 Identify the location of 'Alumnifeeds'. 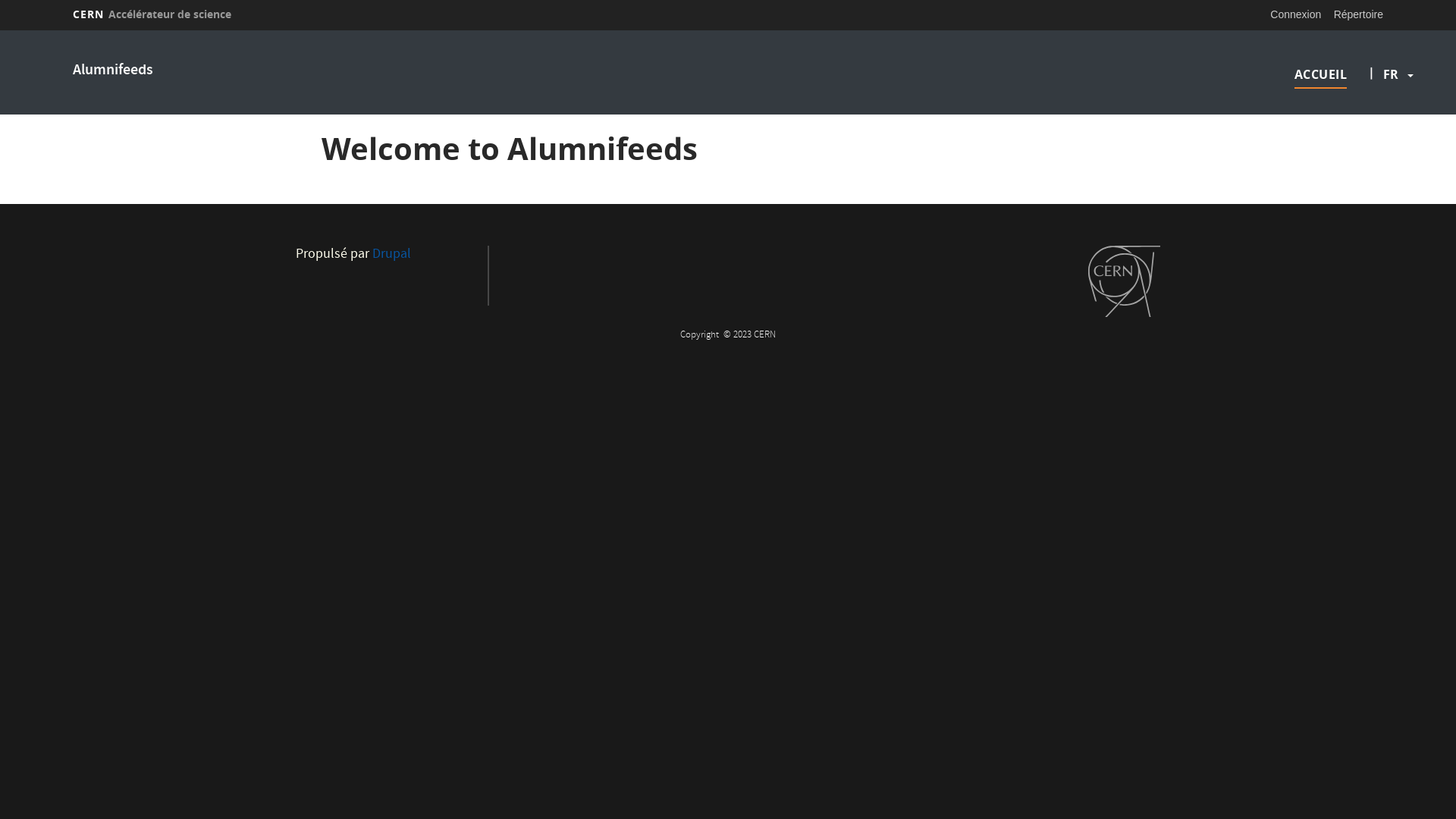
(111, 71).